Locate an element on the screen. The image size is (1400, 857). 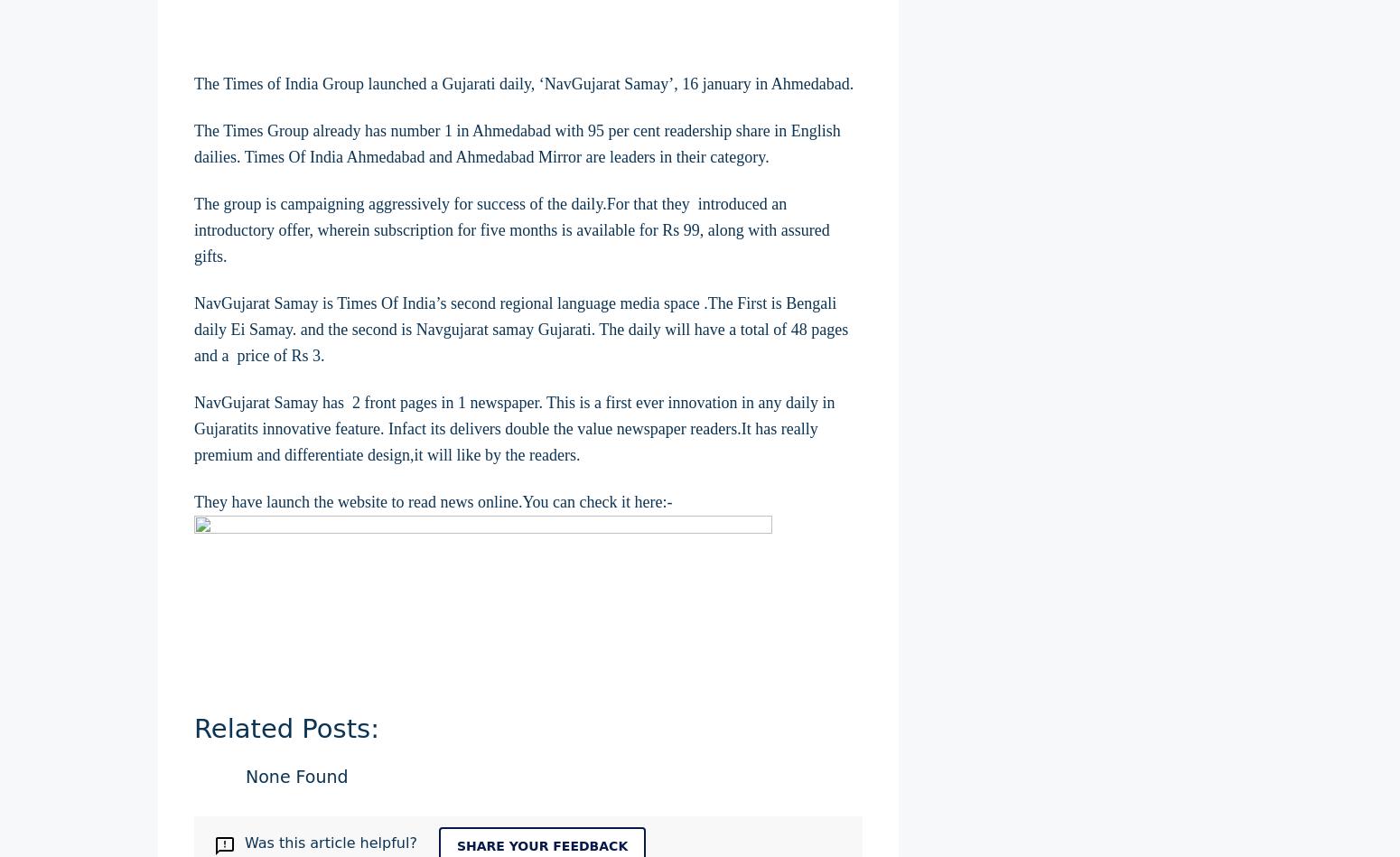
'Related Posts:' is located at coordinates (285, 728).